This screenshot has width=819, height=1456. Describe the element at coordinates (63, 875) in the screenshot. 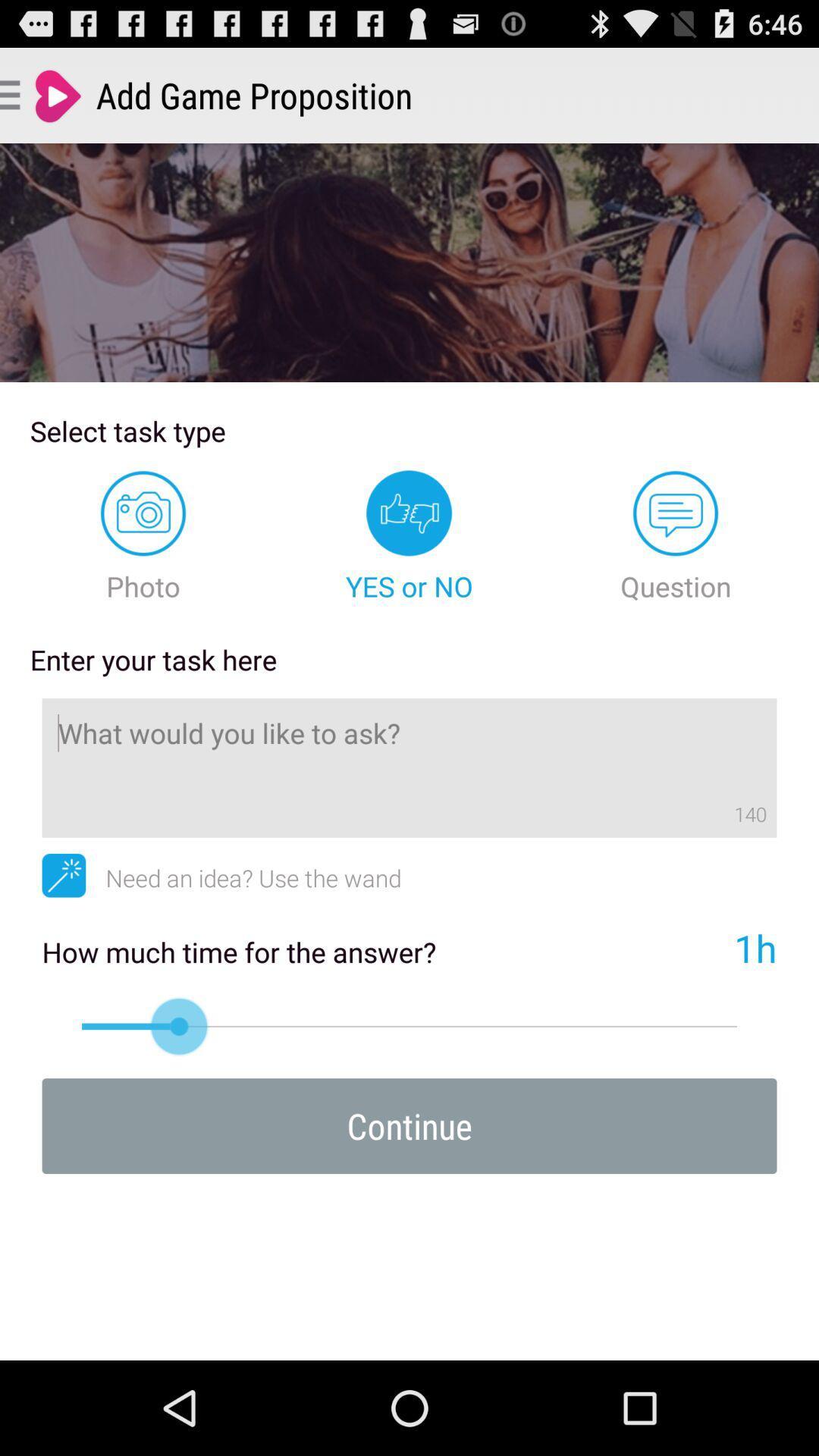

I see `click new idea option` at that location.